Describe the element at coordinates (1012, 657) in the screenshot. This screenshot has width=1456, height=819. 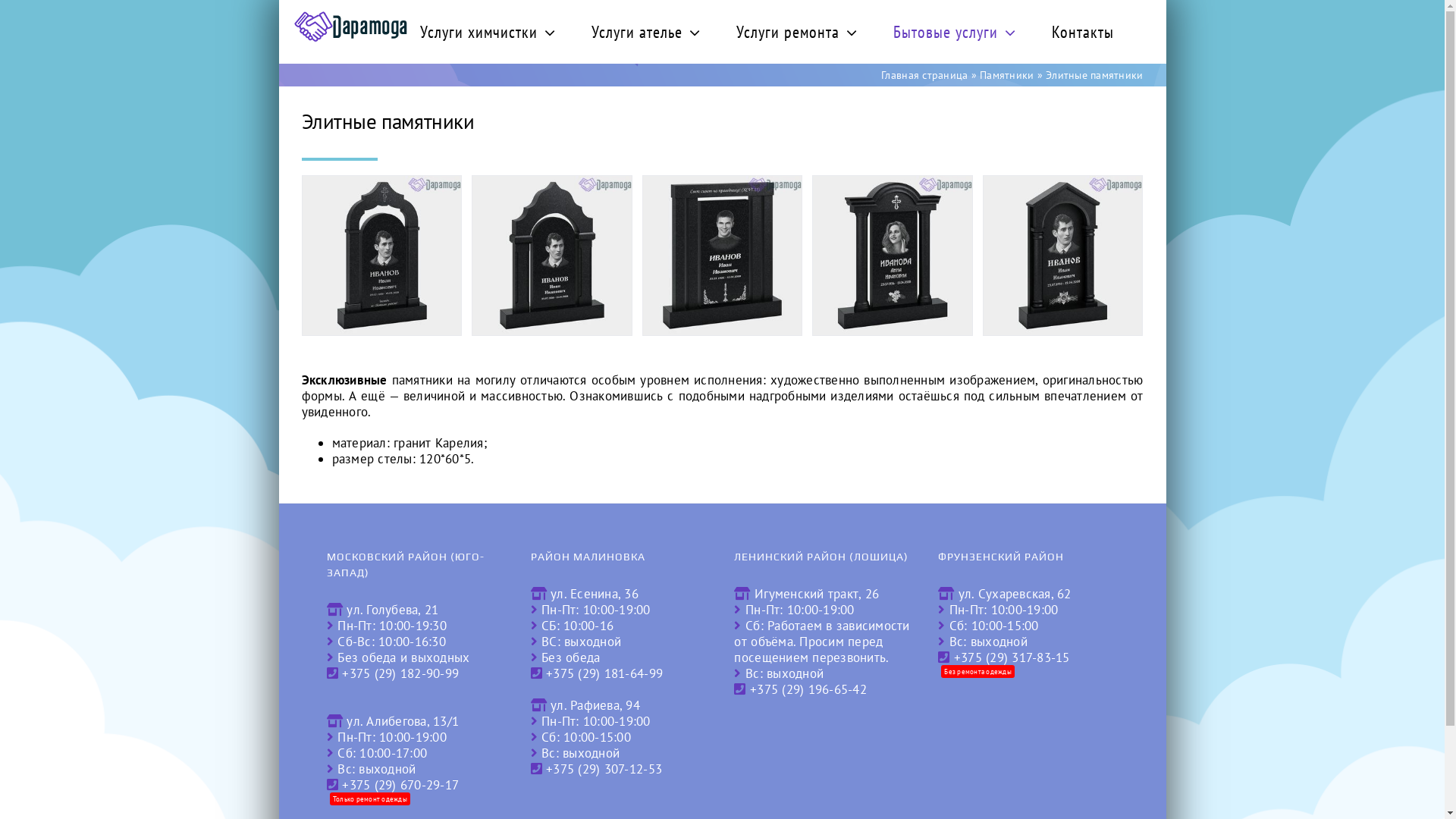
I see `'+375 (29) 317-83-15'` at that location.